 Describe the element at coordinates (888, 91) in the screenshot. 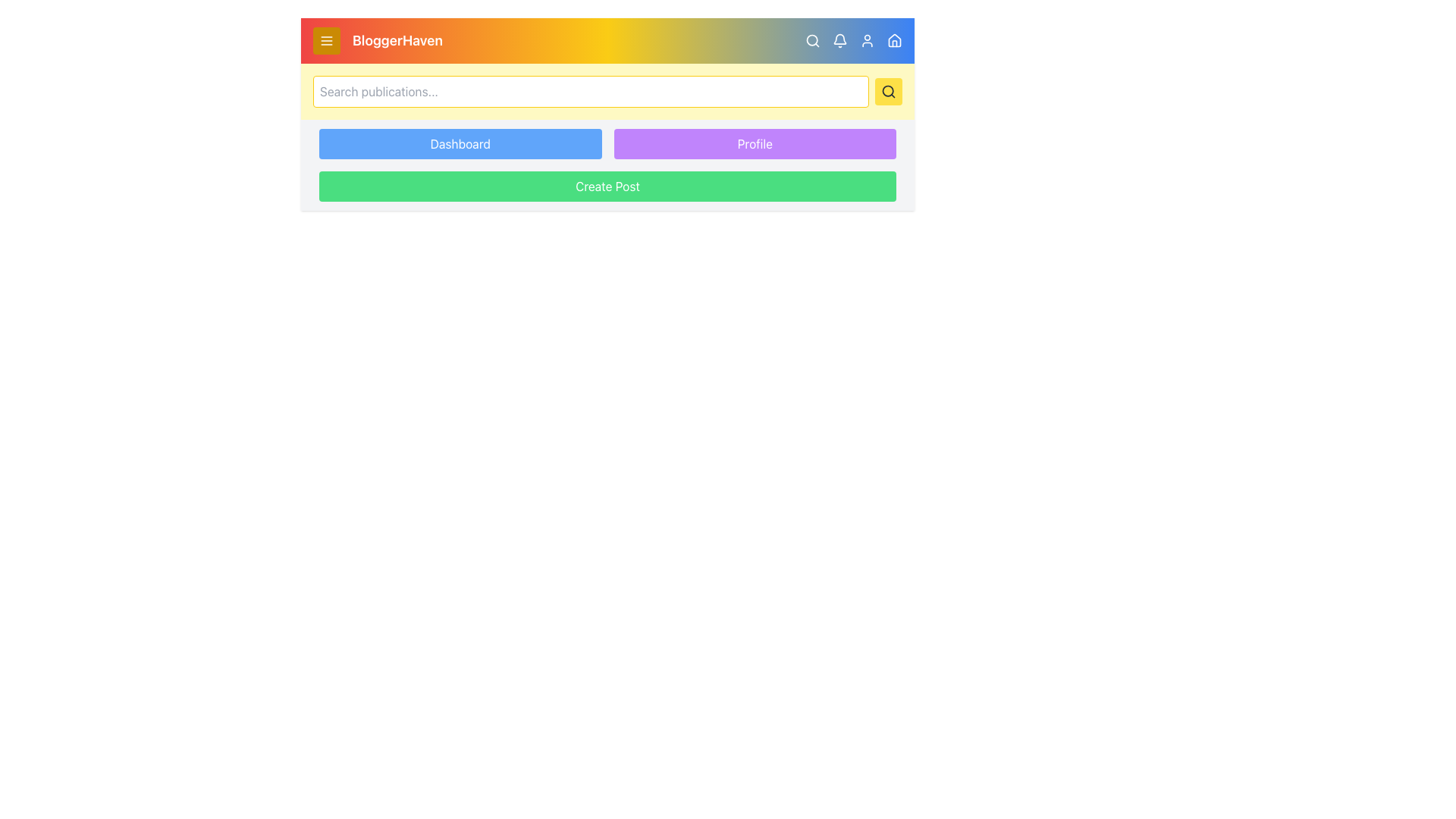

I see `the search button icon located on the right side of the yellow search bar to trigger the visual hover effect` at that location.